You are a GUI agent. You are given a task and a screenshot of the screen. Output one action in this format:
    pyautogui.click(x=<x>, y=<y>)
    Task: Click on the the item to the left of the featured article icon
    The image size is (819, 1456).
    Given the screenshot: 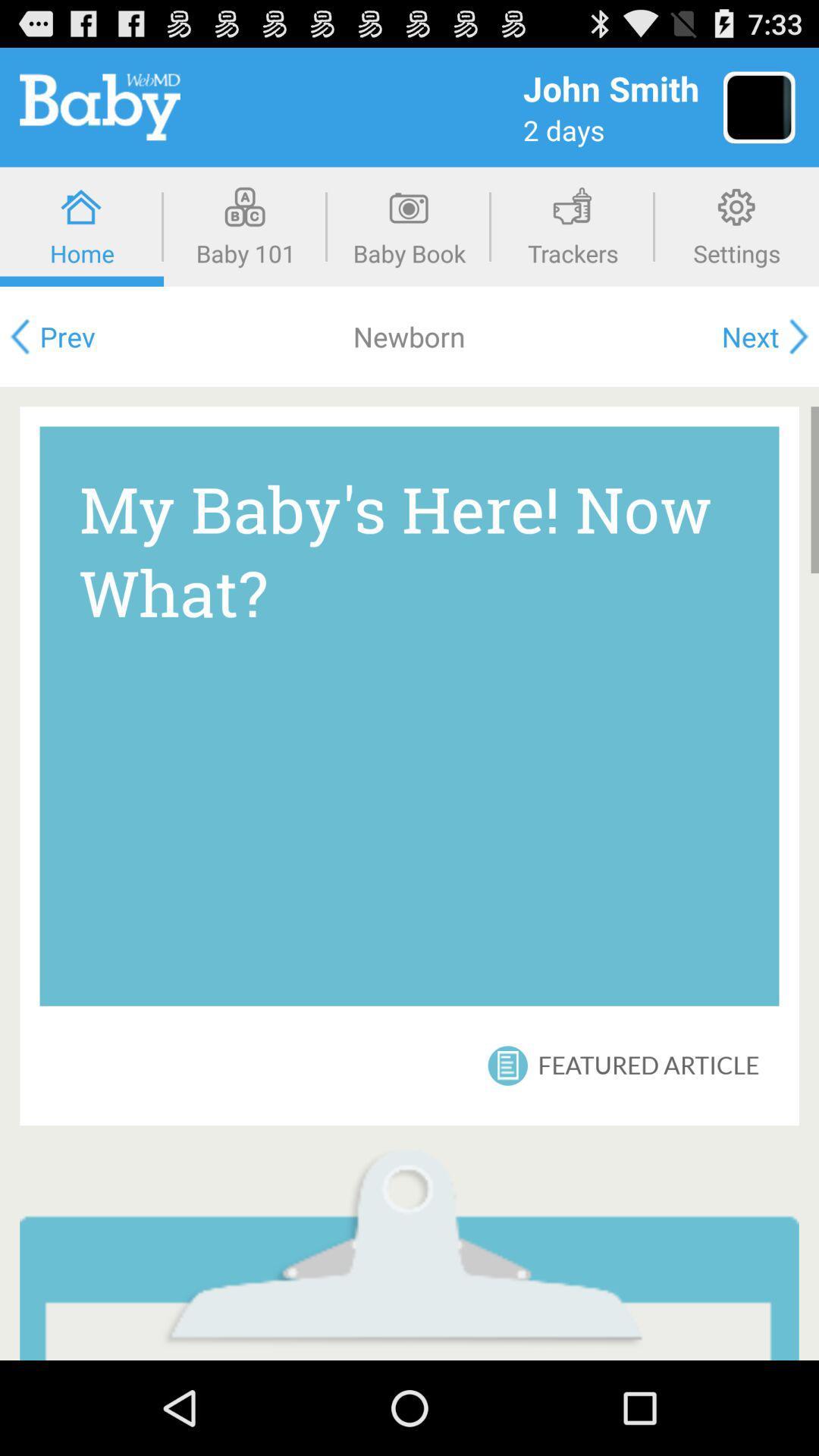 What is the action you would take?
    pyautogui.click(x=507, y=1065)
    